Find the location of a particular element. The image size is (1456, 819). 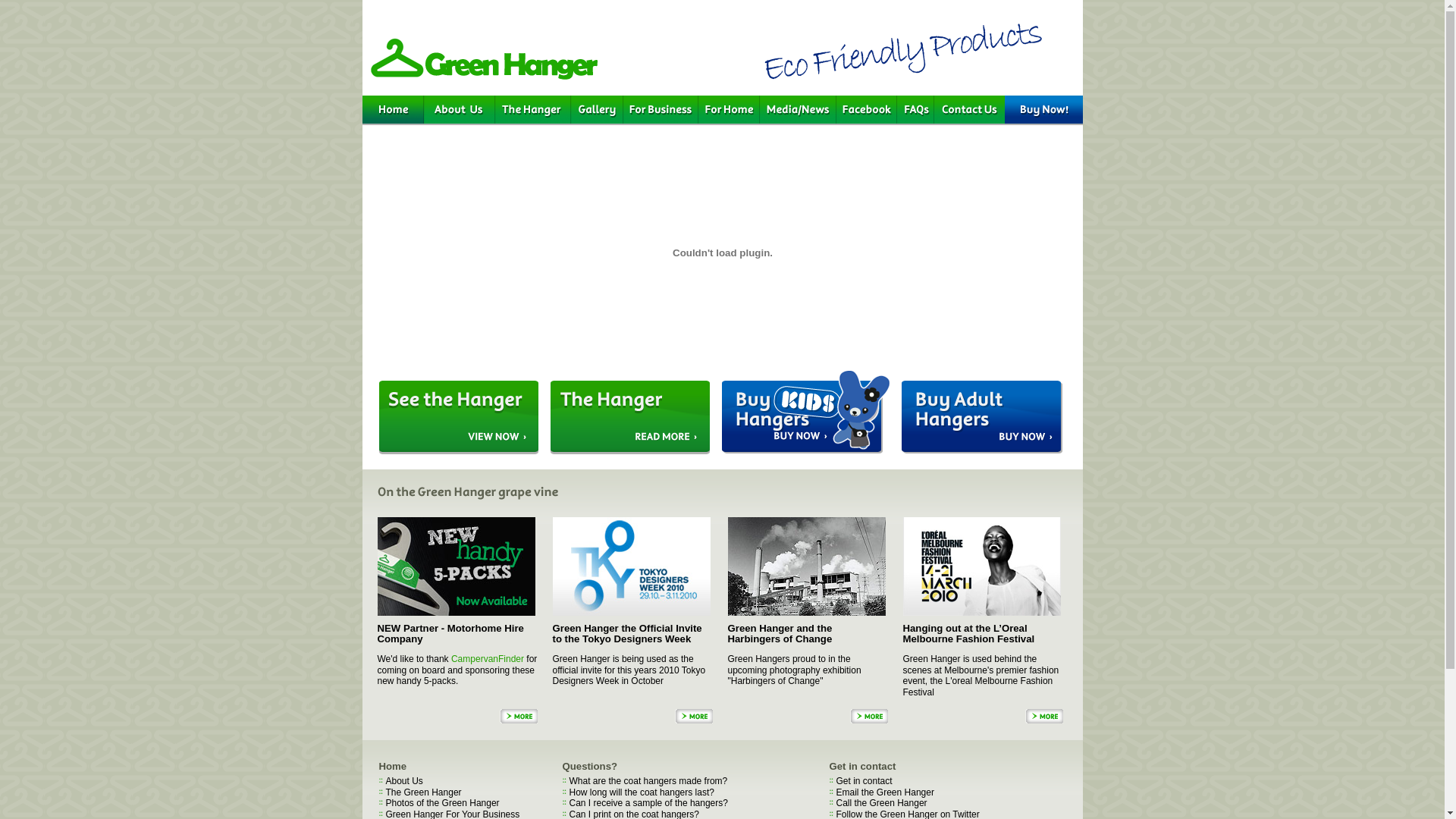

'What are the coat hangers made from?' is located at coordinates (648, 780).